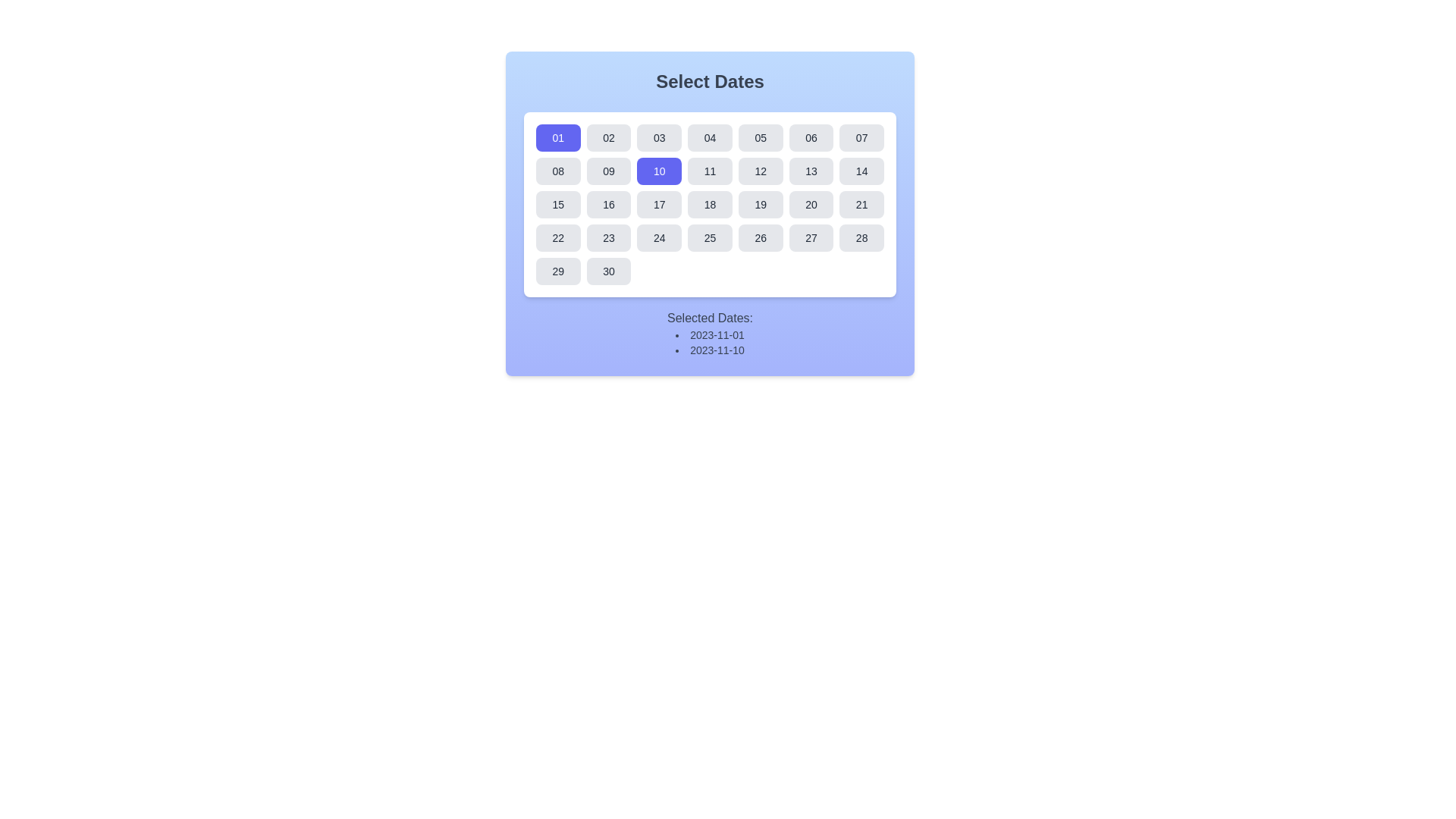  I want to click on the button representing the date '17' in the calendar component, so click(659, 205).